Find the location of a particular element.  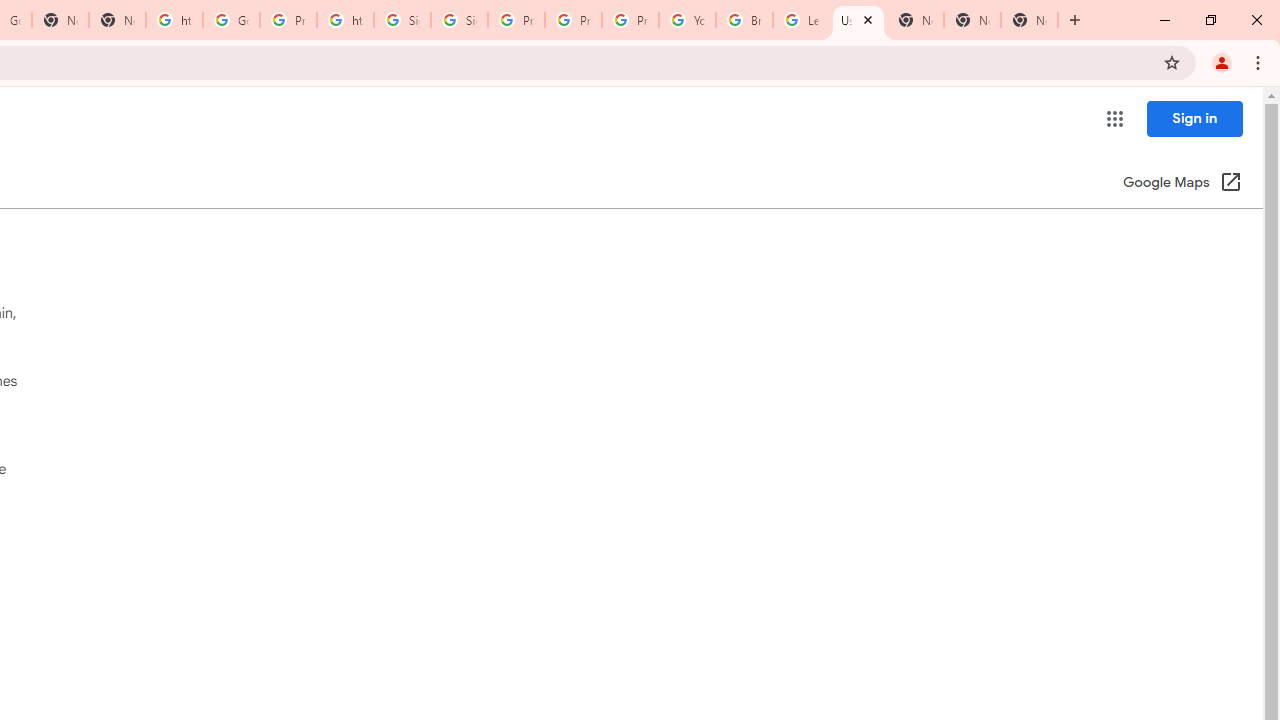

'Use Google Maps in Space - Google Maps Help' is located at coordinates (858, 20).